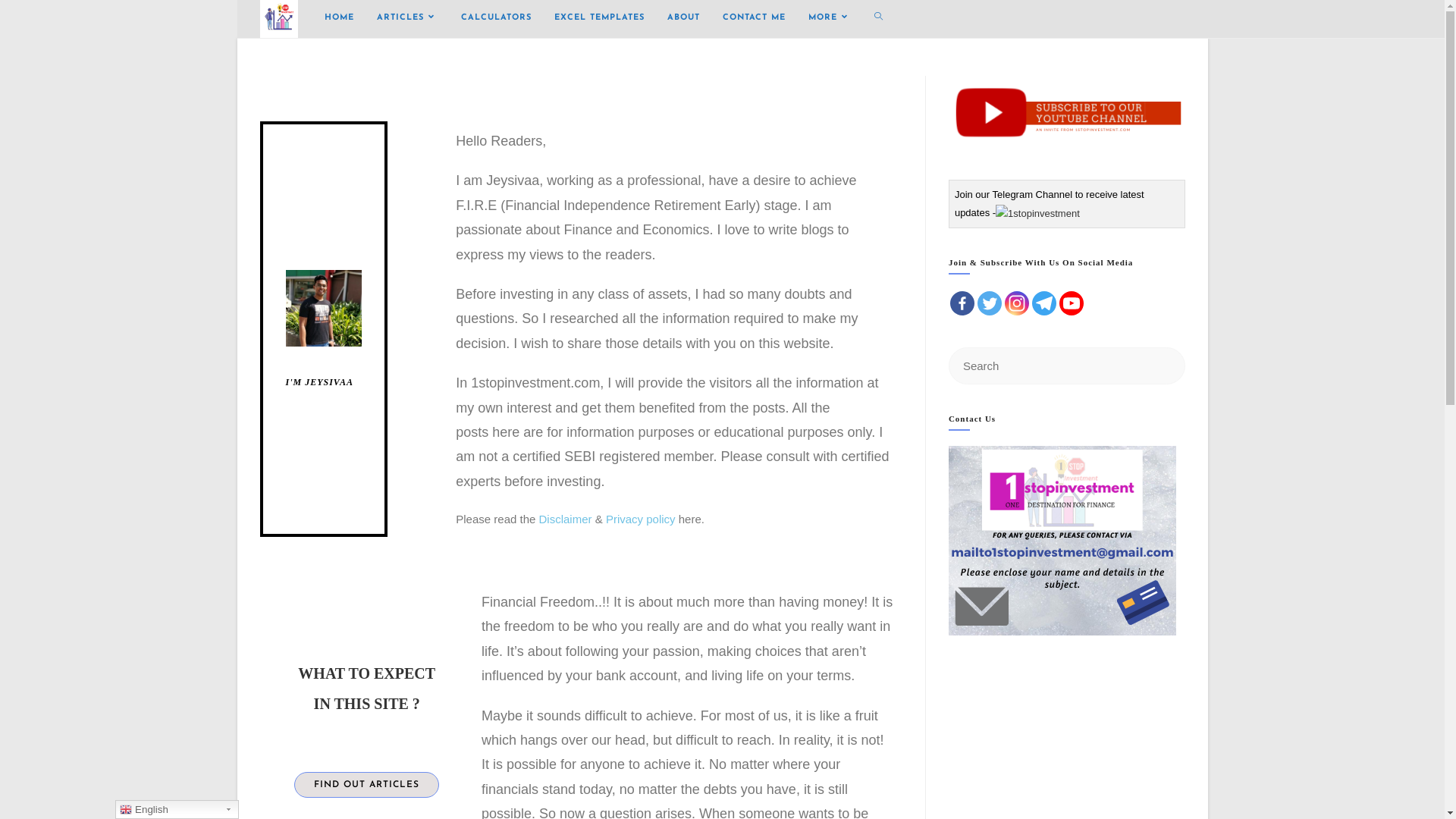 The width and height of the screenshot is (1456, 819). Describe the element at coordinates (1031, 303) in the screenshot. I see `'Telegram'` at that location.